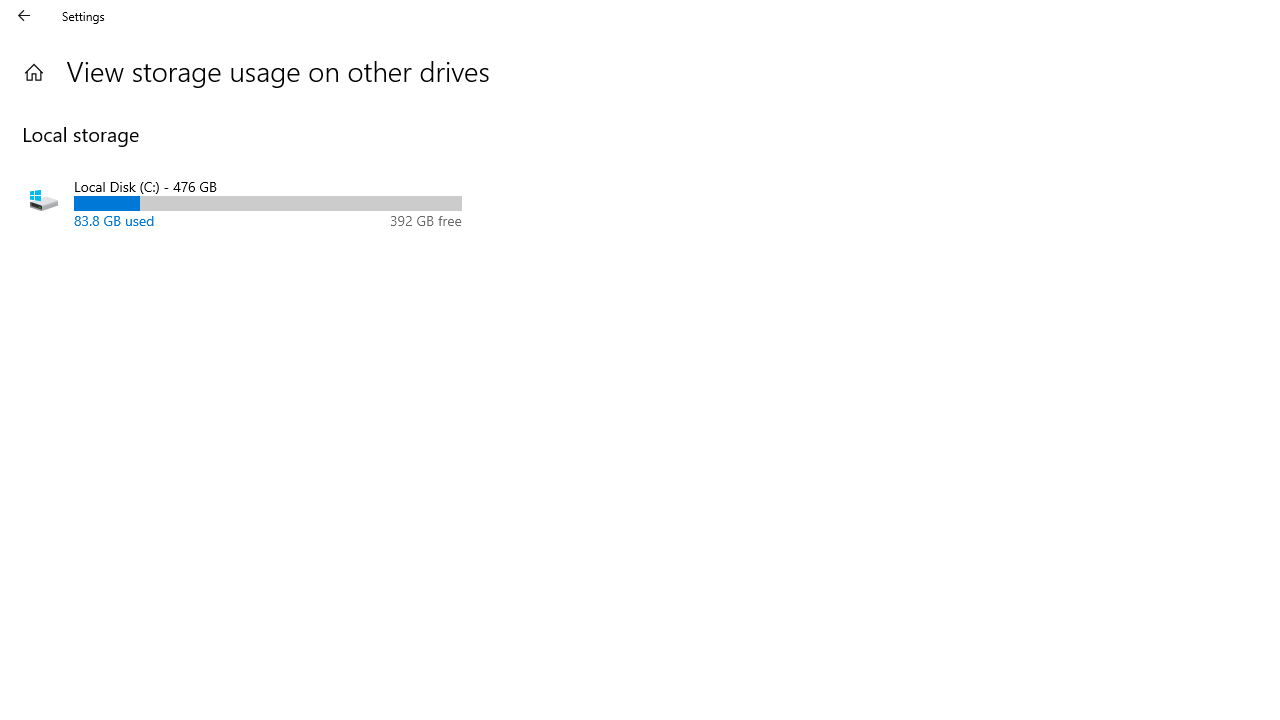 Image resolution: width=1280 pixels, height=720 pixels. What do you see at coordinates (33, 71) in the screenshot?
I see `'Home'` at bounding box center [33, 71].